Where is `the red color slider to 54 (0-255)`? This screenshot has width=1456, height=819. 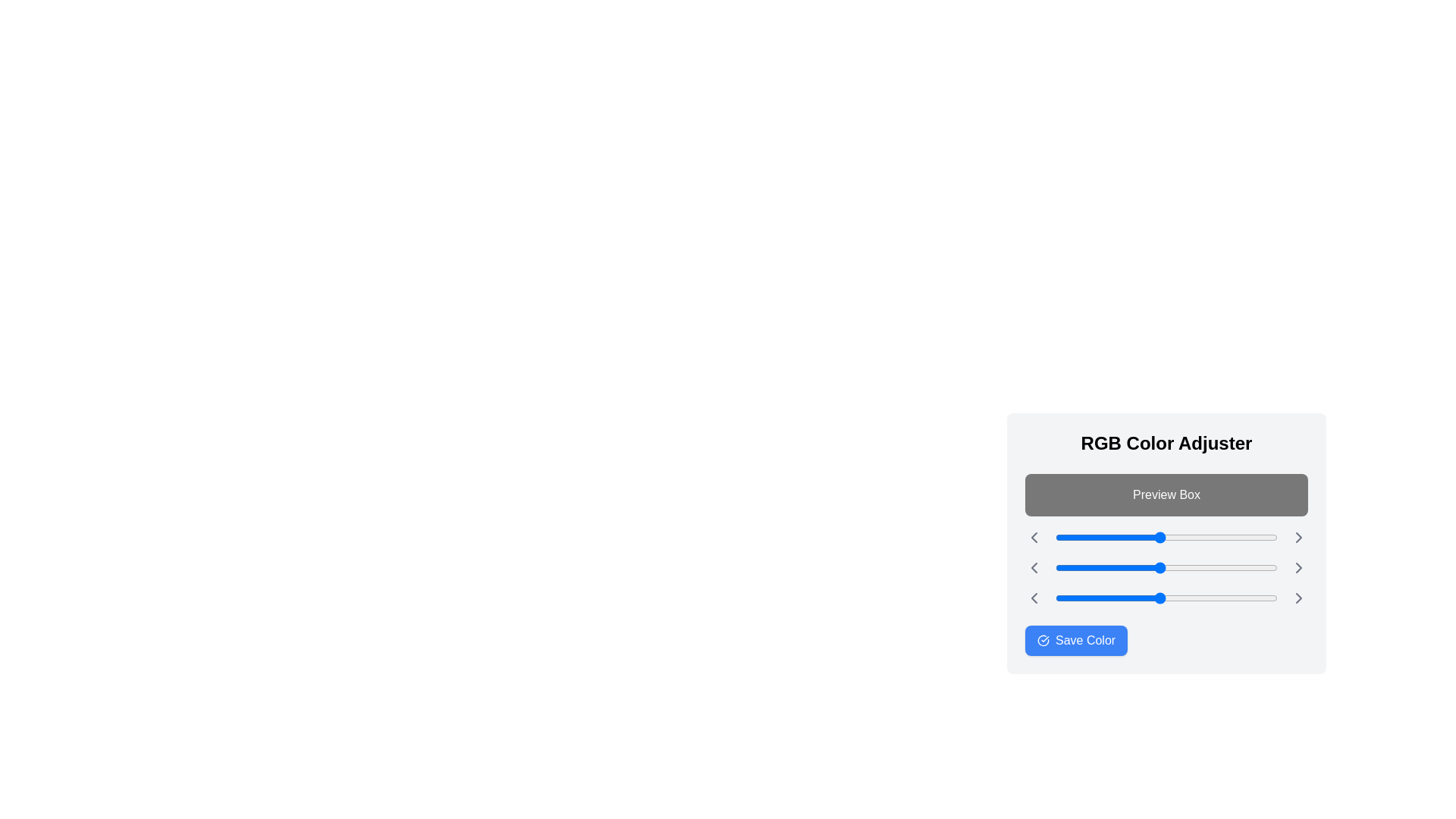
the red color slider to 54 (0-255) is located at coordinates (1103, 537).